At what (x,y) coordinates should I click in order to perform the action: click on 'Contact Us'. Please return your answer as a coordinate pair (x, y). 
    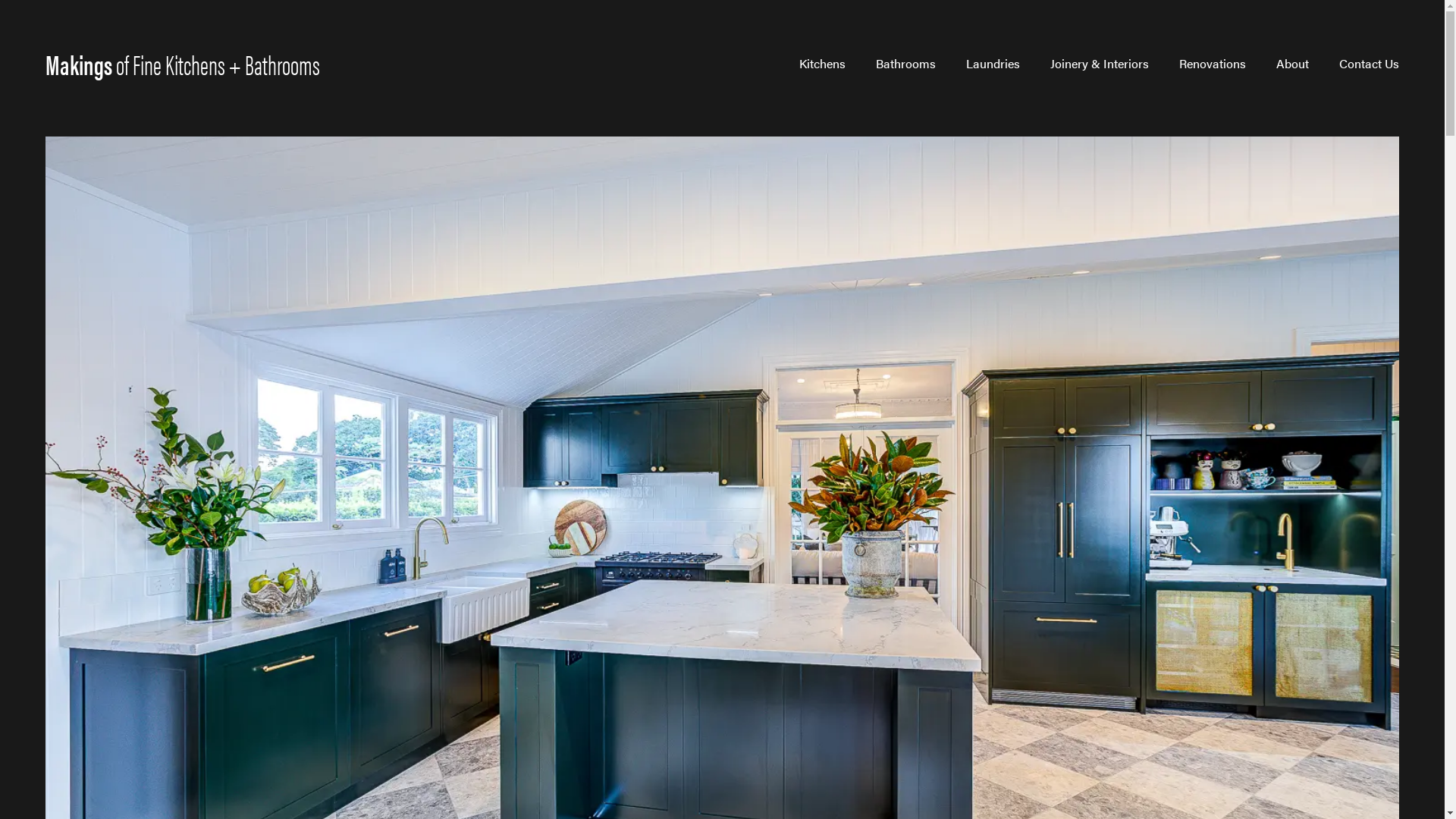
    Looking at the image, I should click on (1369, 63).